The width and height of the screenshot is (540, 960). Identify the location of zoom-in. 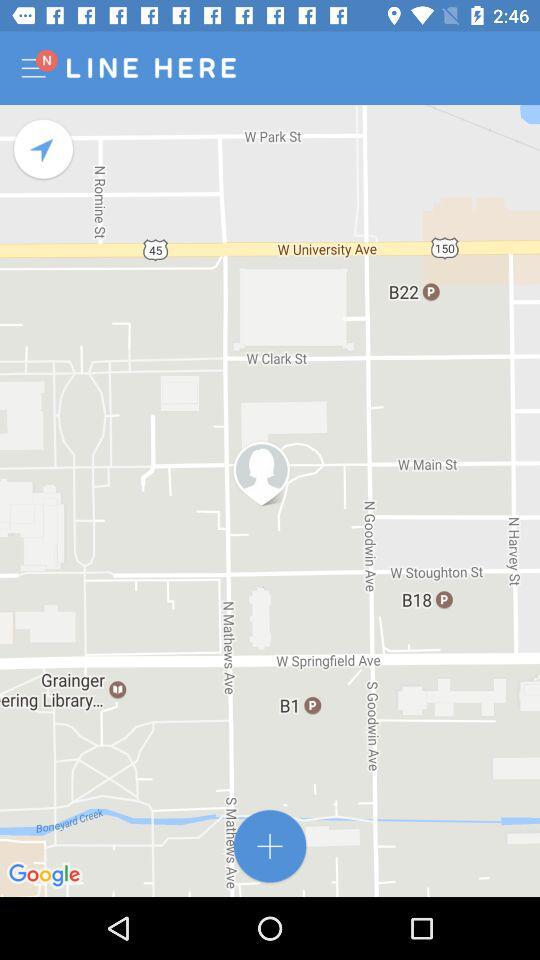
(270, 846).